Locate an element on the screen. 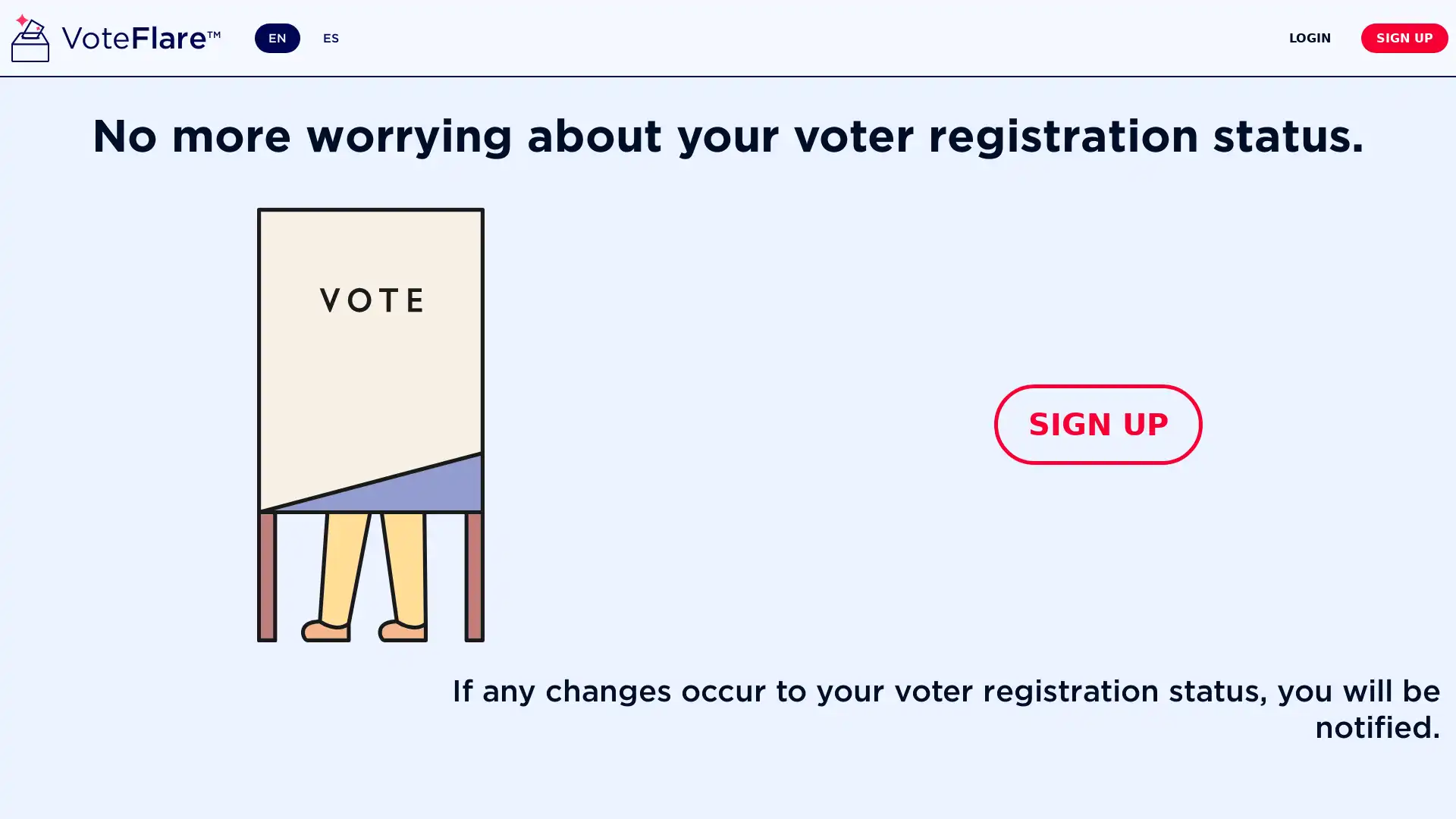 The width and height of the screenshot is (1456, 819). LOGIN is located at coordinates (1244, 36).